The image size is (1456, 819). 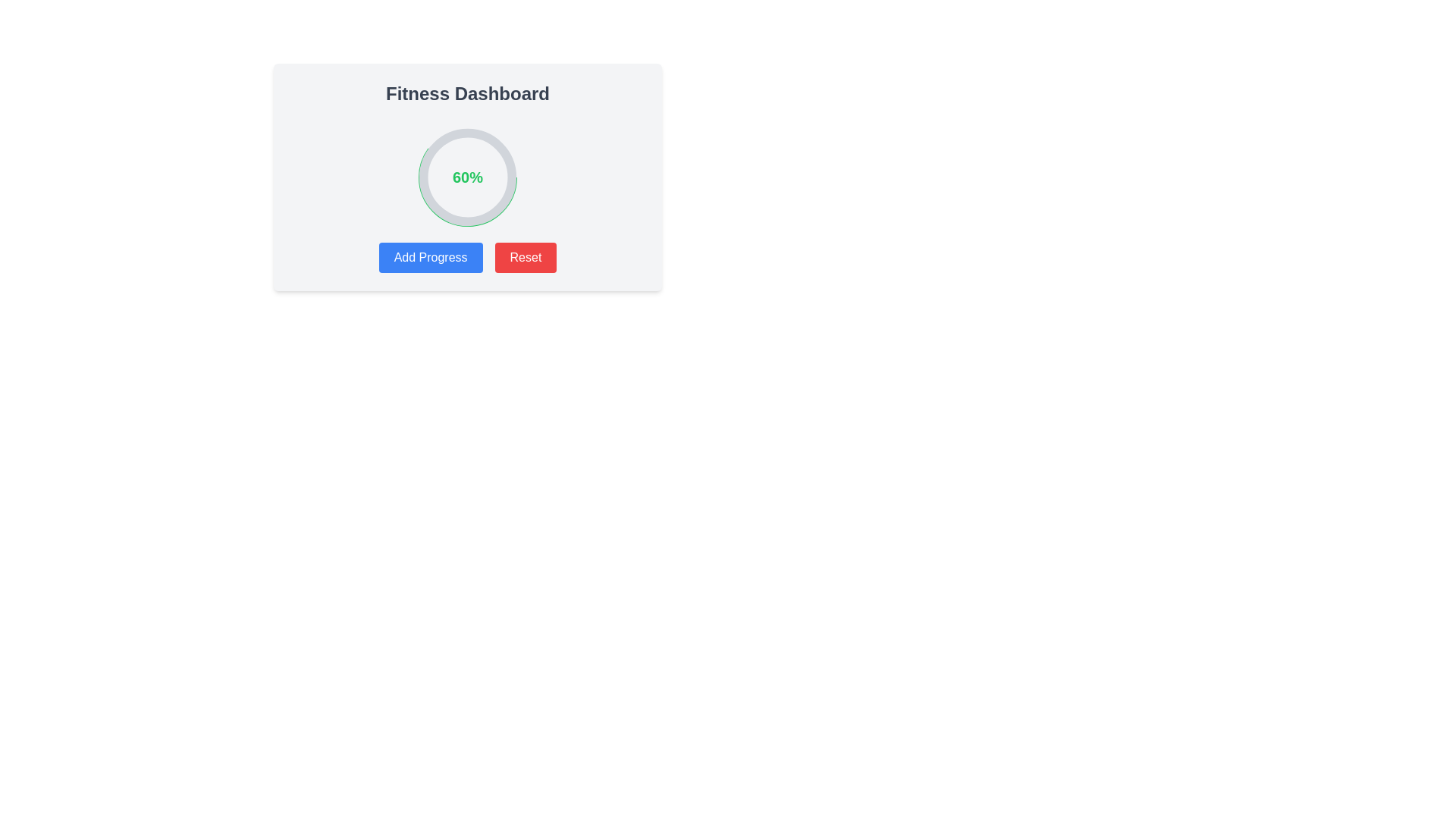 I want to click on the Circular Progress Indicator that displays the user's fitness progress percentage, located below the title 'Fitness Dashboard', so click(x=467, y=177).